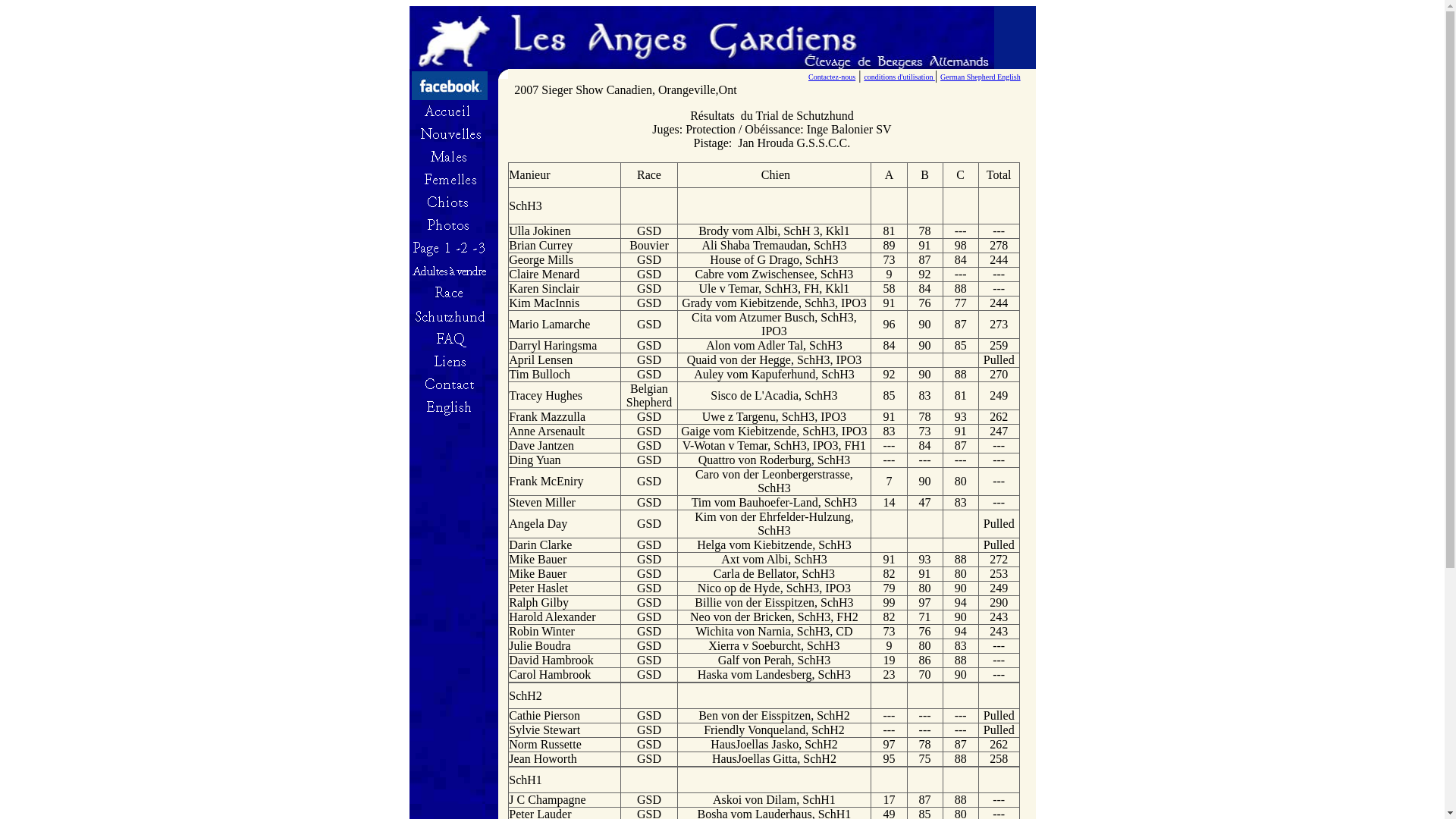 The height and width of the screenshot is (819, 1456). Describe the element at coordinates (899, 75) in the screenshot. I see `'conditions d'utilisation'` at that location.